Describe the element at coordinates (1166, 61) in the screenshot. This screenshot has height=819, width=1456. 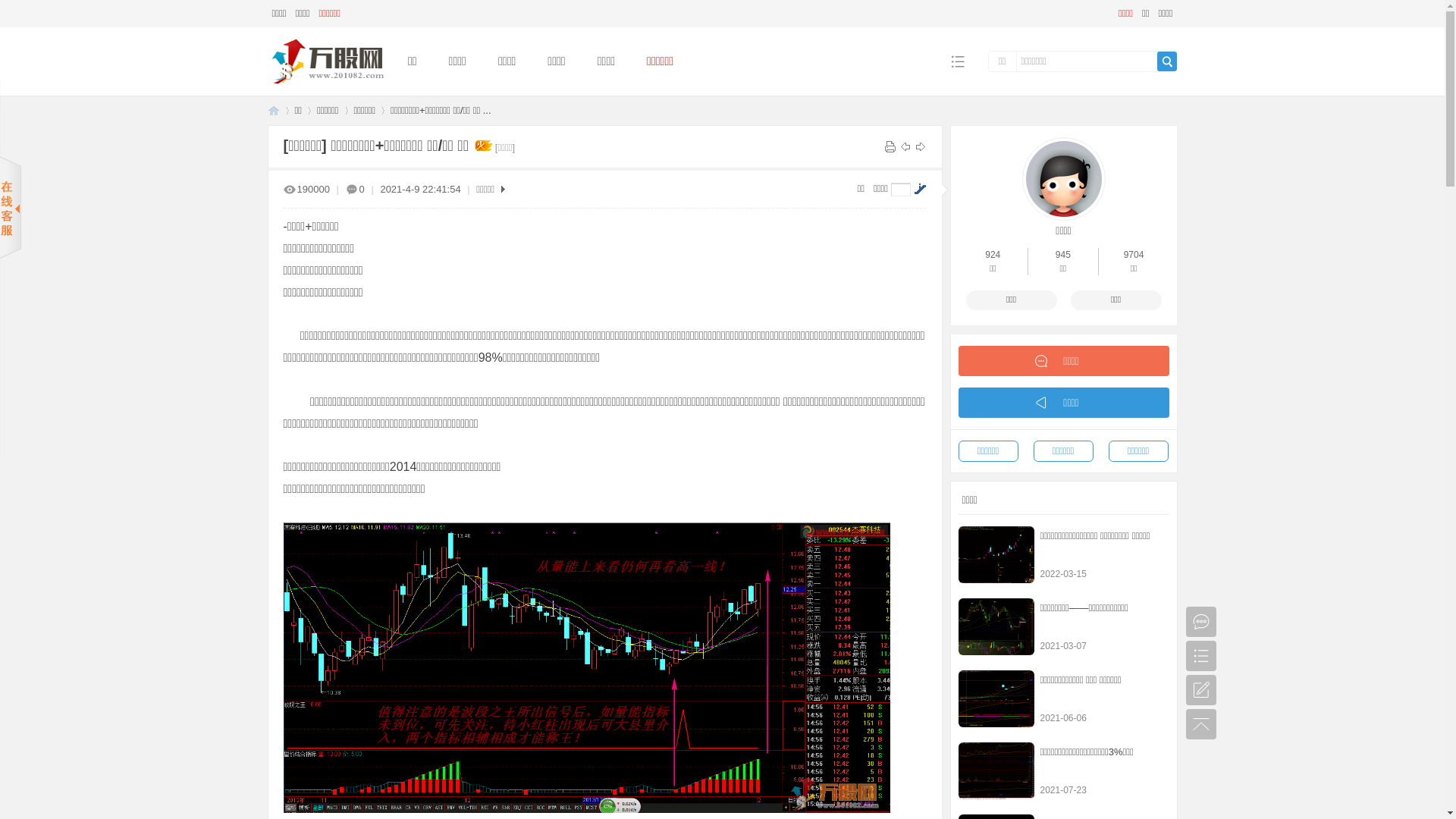
I see `'true'` at that location.